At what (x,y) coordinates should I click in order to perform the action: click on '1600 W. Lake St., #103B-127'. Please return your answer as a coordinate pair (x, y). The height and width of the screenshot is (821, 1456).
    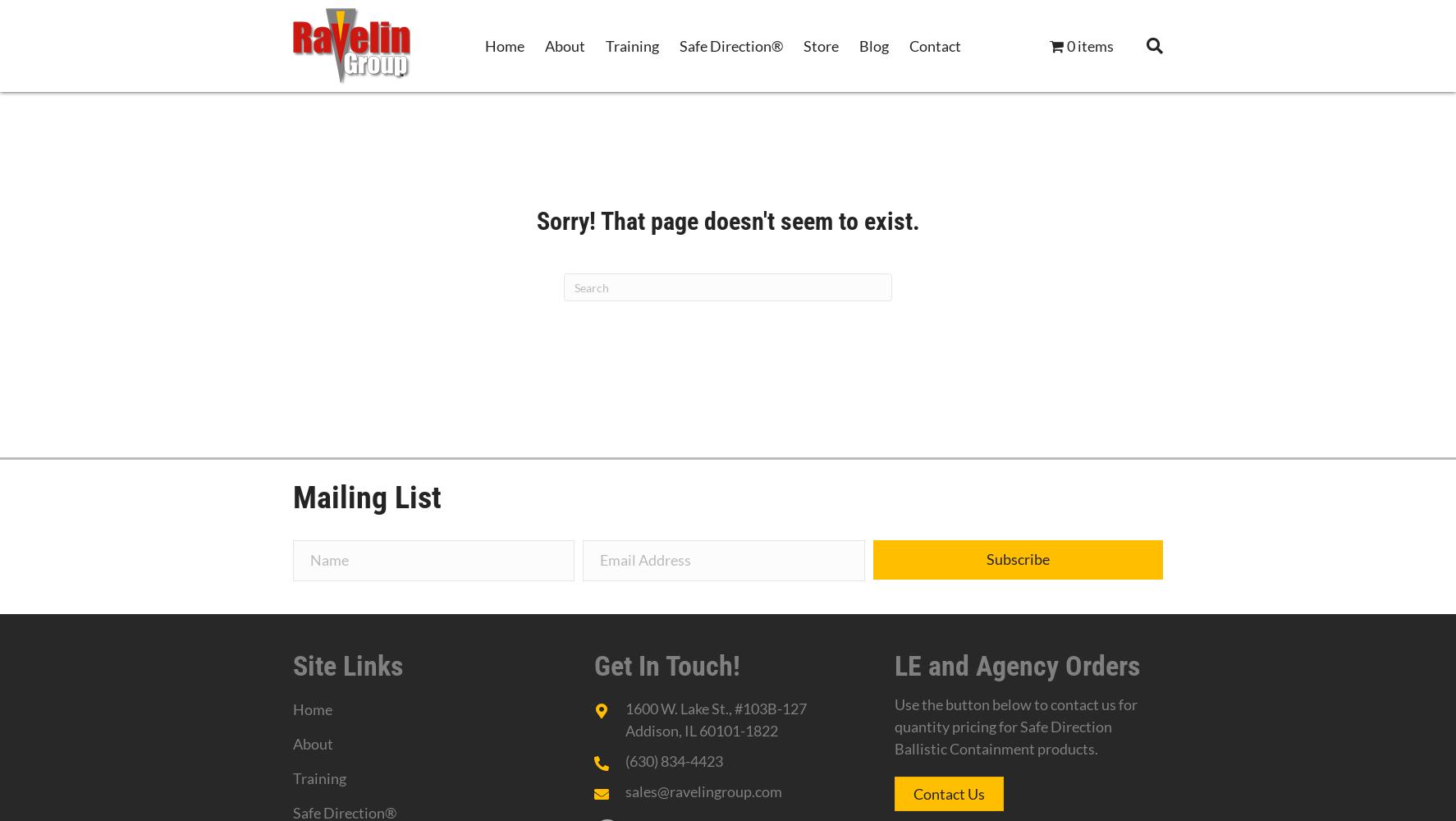
    Looking at the image, I should click on (715, 708).